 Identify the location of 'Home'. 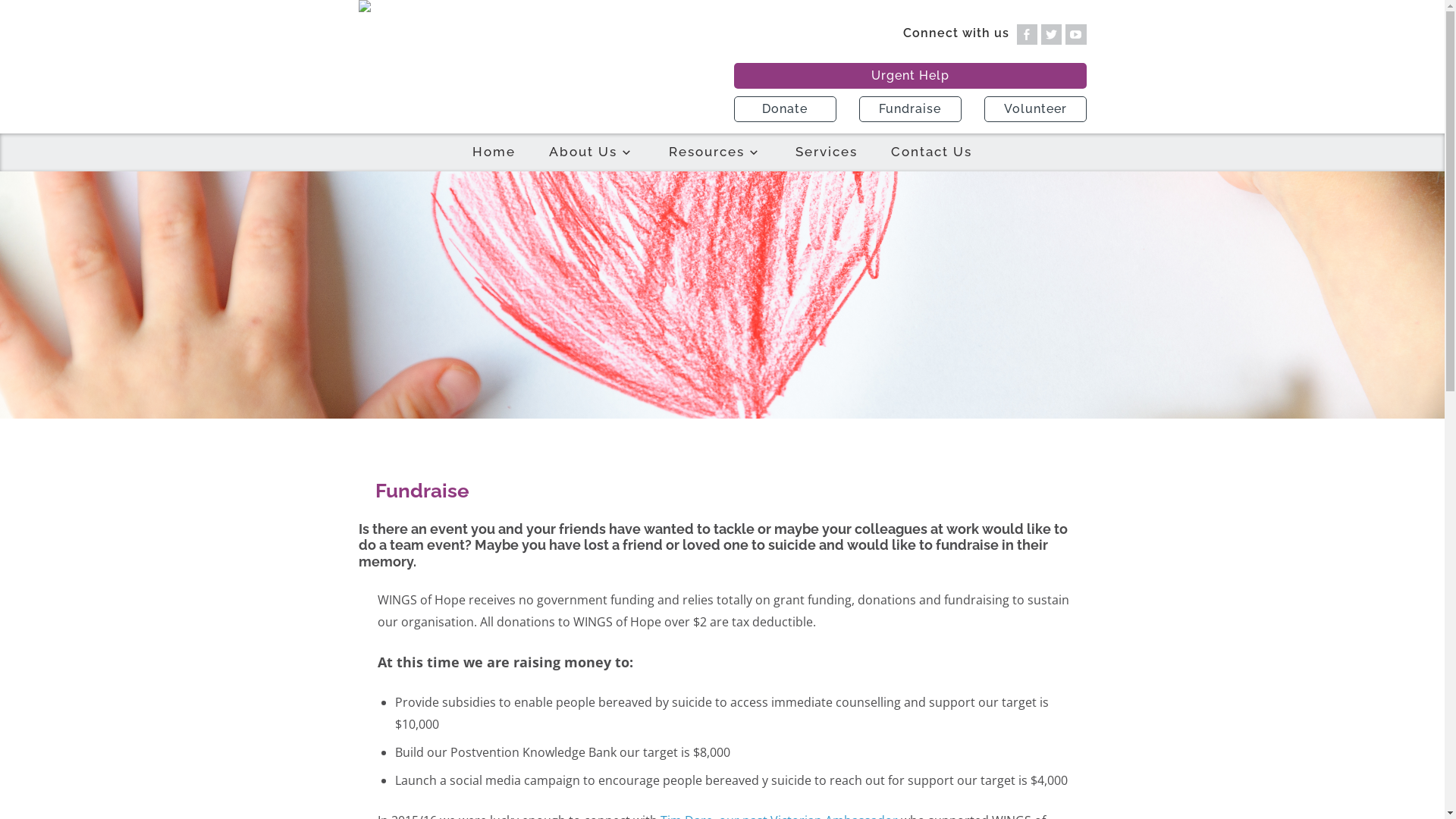
(494, 152).